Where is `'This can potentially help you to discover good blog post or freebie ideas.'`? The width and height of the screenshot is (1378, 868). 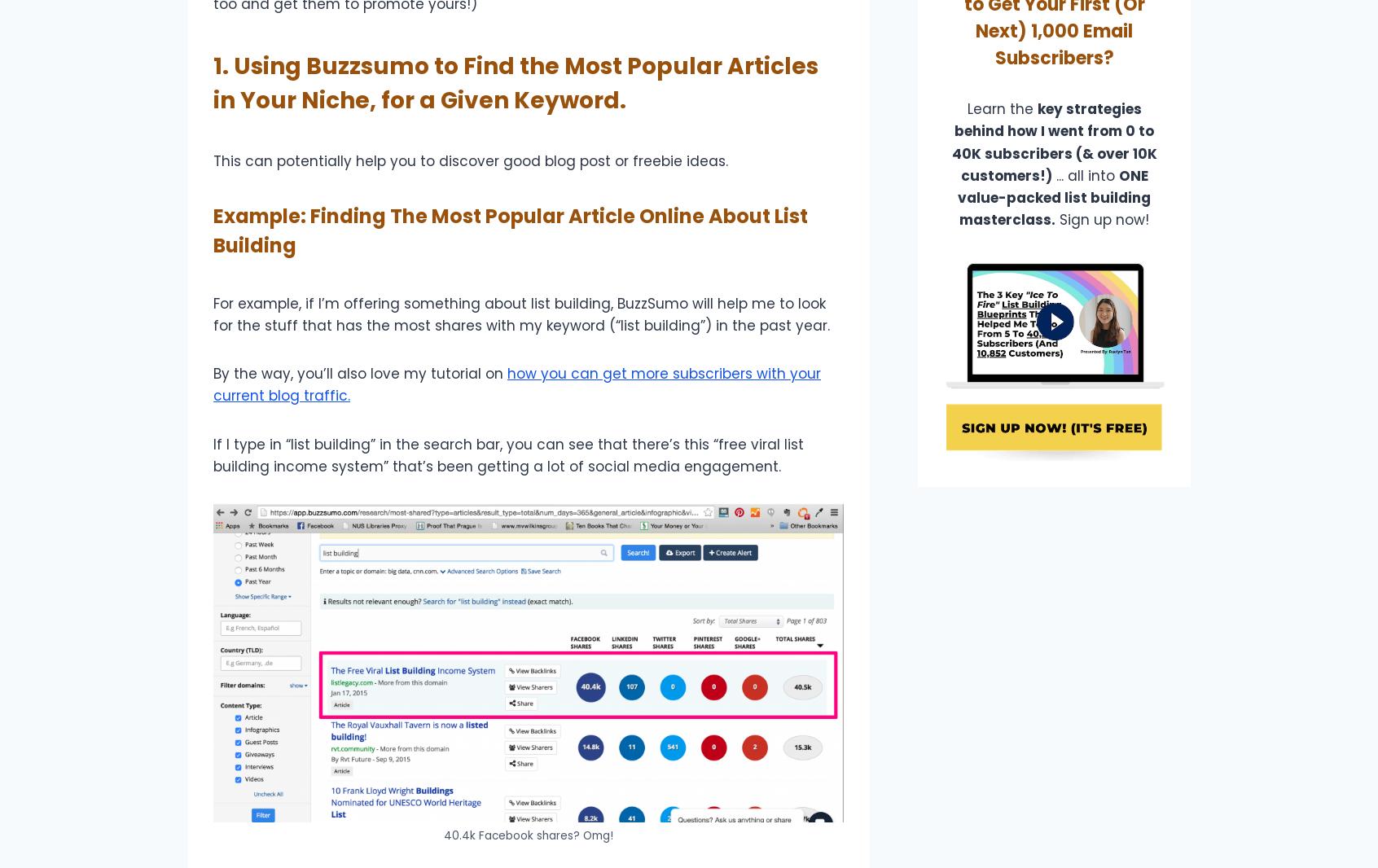 'This can potentially help you to discover good blog post or freebie ideas.' is located at coordinates (213, 159).